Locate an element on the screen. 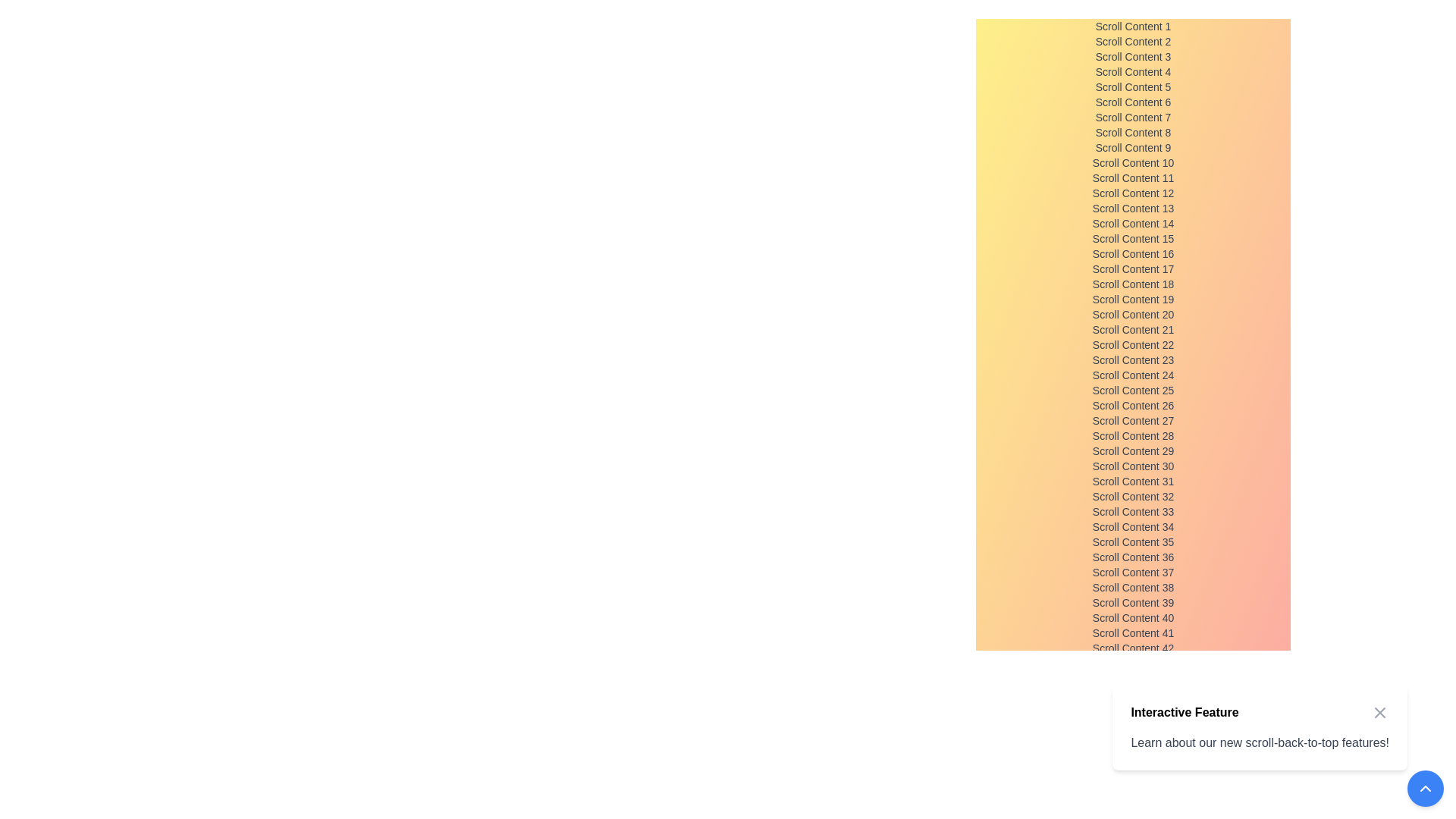  the 31st Text Label in the vertically stacked scrollable list located towards the lower middle section is located at coordinates (1133, 482).